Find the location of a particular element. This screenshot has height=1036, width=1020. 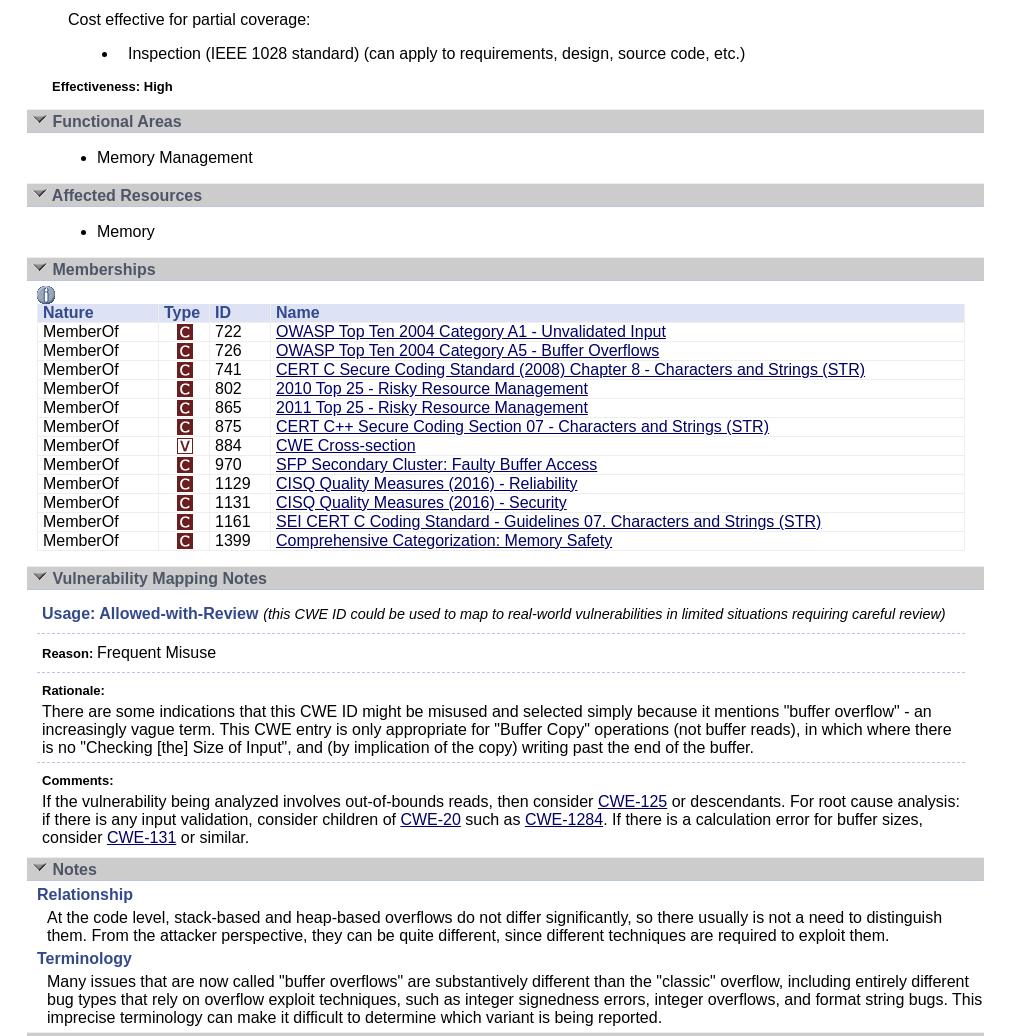

'Many issues that are now called "buffer overflows" are substantively different than the "classic" overflow, including entirely different bug types that rely on overflow exploit techniques, such as integer signedness errors, integer overflows, and format string bugs. This imprecise terminology can make it difficult to determine which variant is being reported.' is located at coordinates (513, 999).